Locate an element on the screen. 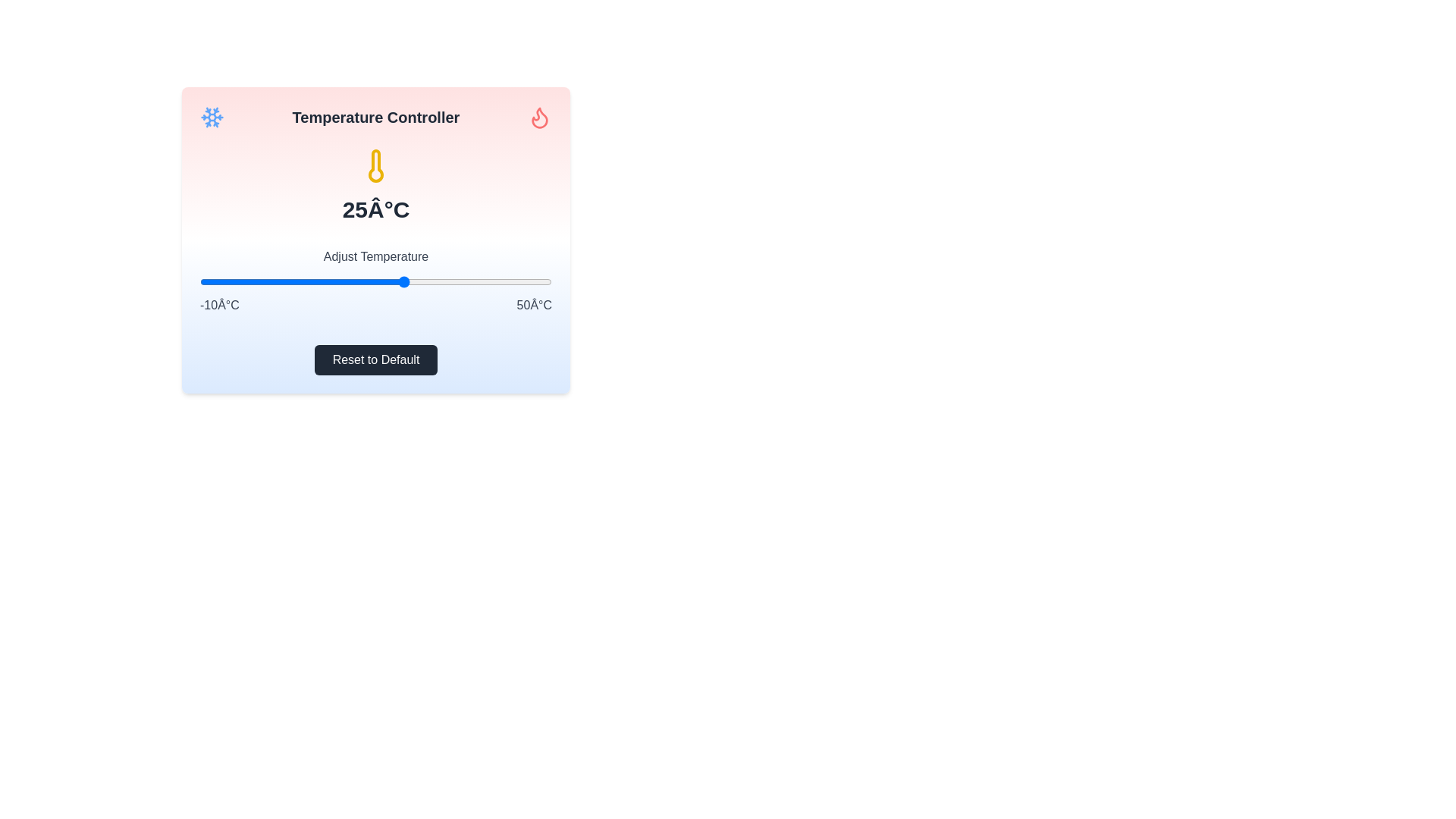  the temperature slider to set the temperature to 3°C is located at coordinates (276, 281).